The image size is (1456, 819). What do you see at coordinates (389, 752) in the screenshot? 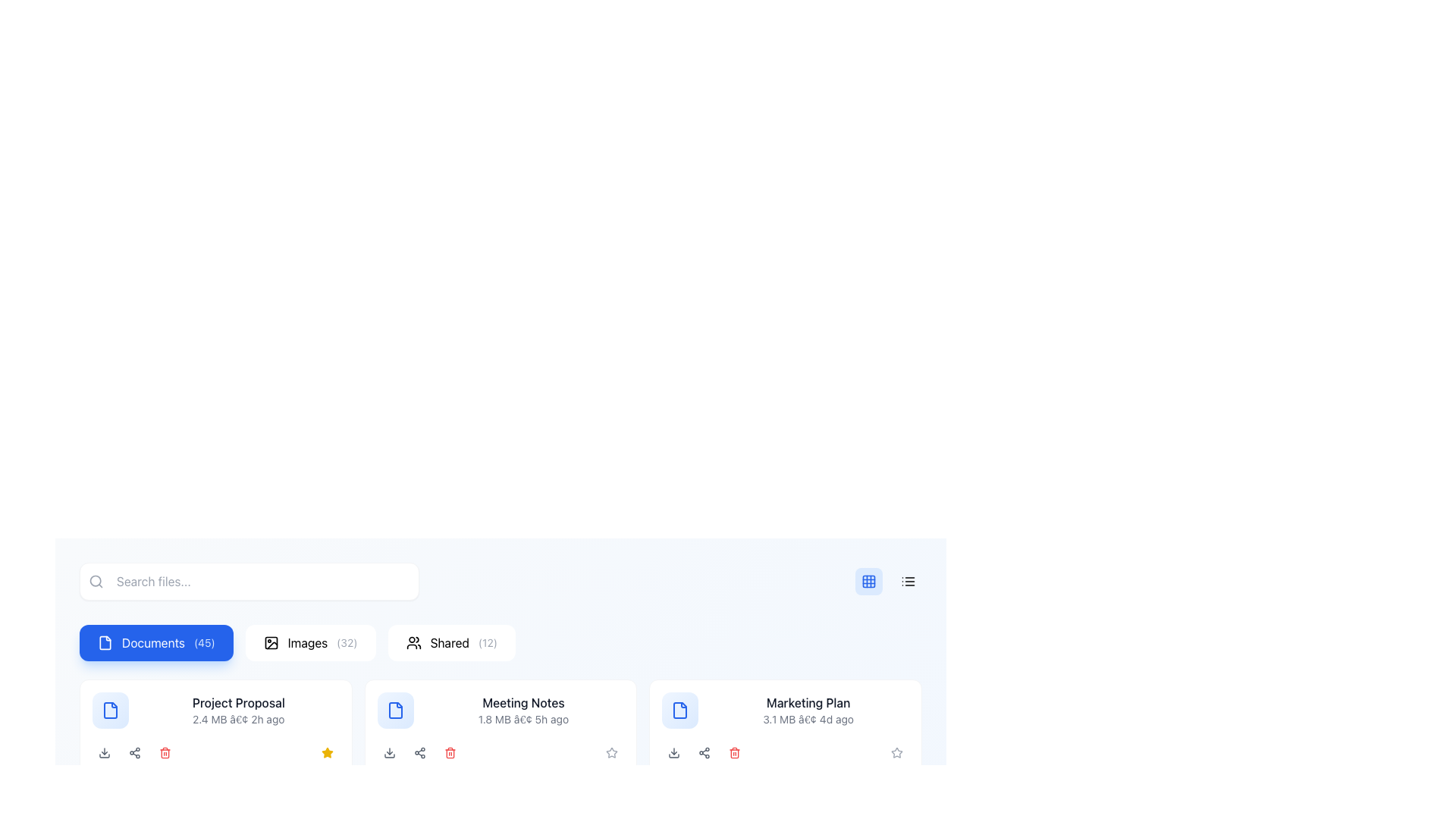
I see `the download button represented by a small gray download icon with rounded edges, located below the 'Meeting Notes' card in the 'Documents' section, to download the file` at bounding box center [389, 752].